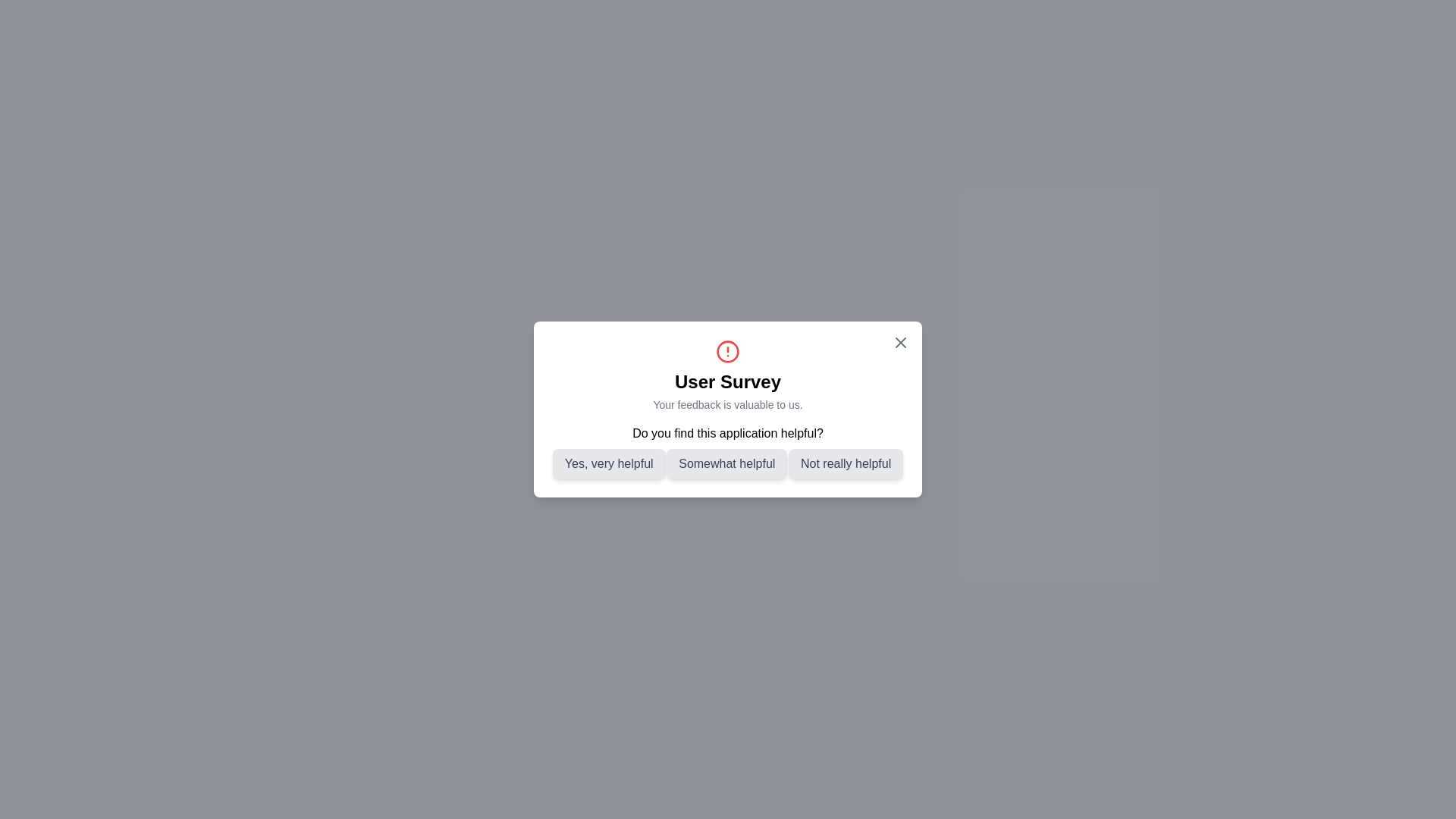 This screenshot has height=819, width=1456. What do you see at coordinates (901, 342) in the screenshot?
I see `the 'Close' button located at the top-right corner of the dialog box to change its text color` at bounding box center [901, 342].